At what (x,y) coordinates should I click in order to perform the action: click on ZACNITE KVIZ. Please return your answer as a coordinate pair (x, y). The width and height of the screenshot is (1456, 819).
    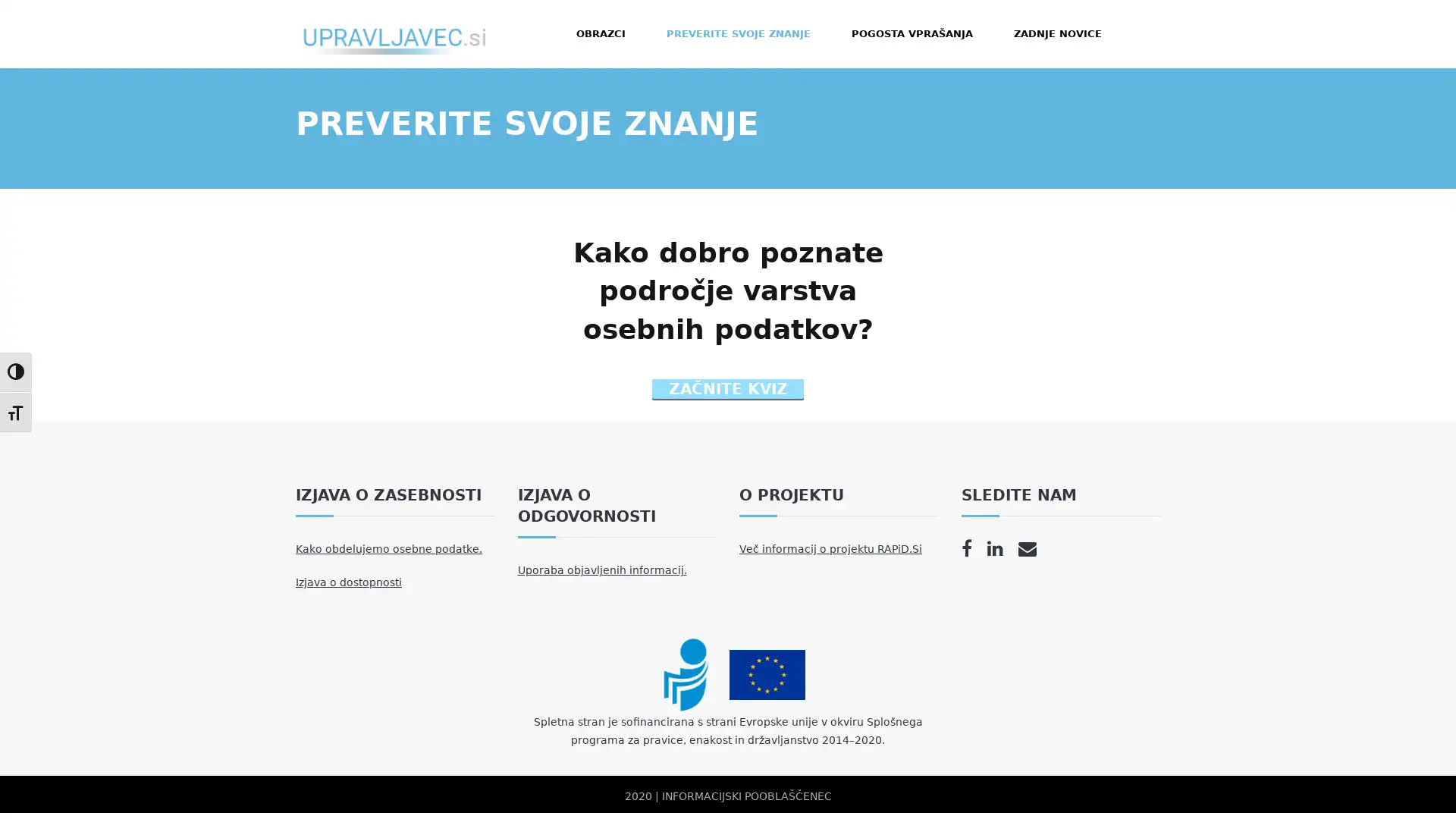
    Looking at the image, I should click on (728, 388).